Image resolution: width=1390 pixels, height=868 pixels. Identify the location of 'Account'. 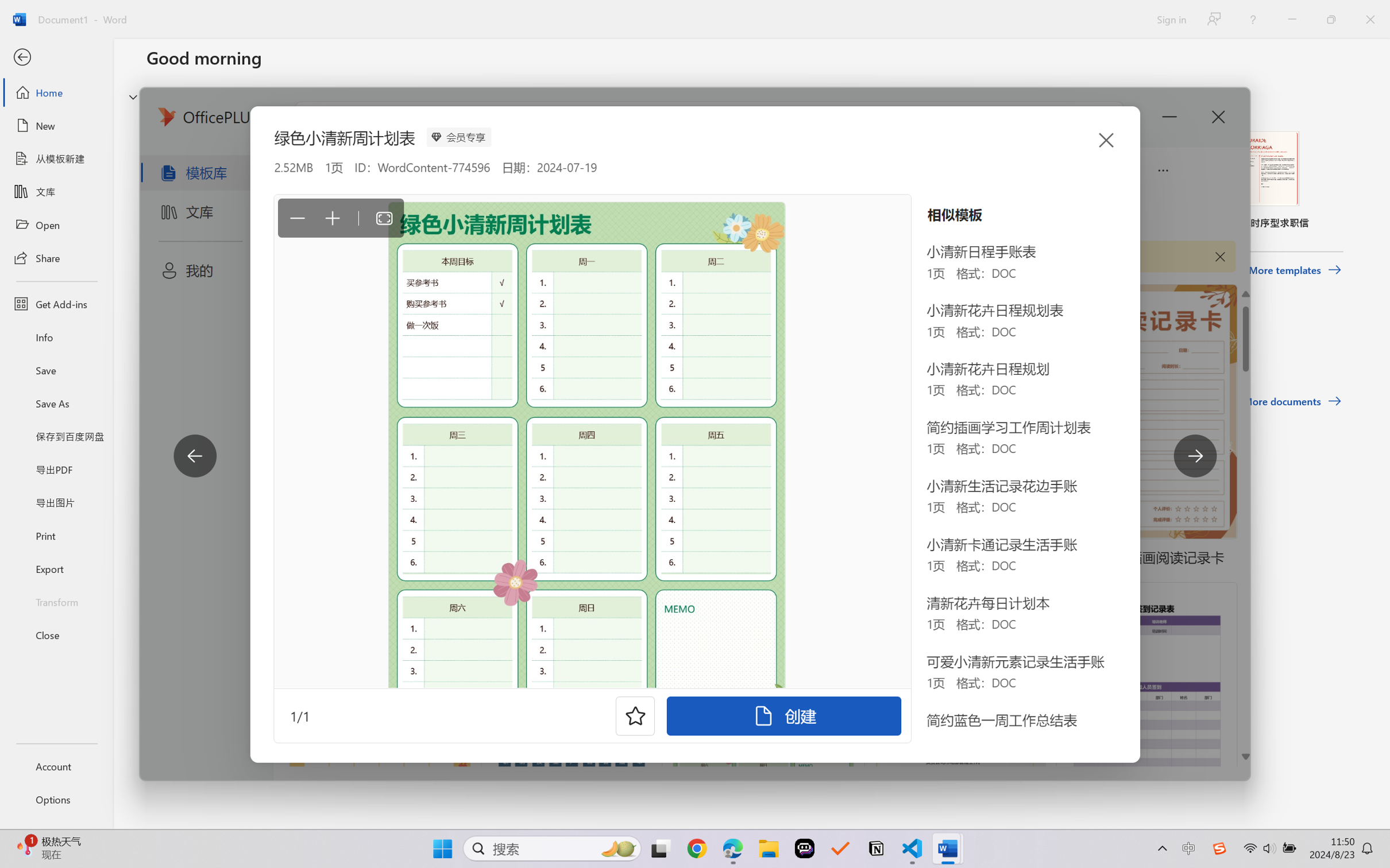
(56, 766).